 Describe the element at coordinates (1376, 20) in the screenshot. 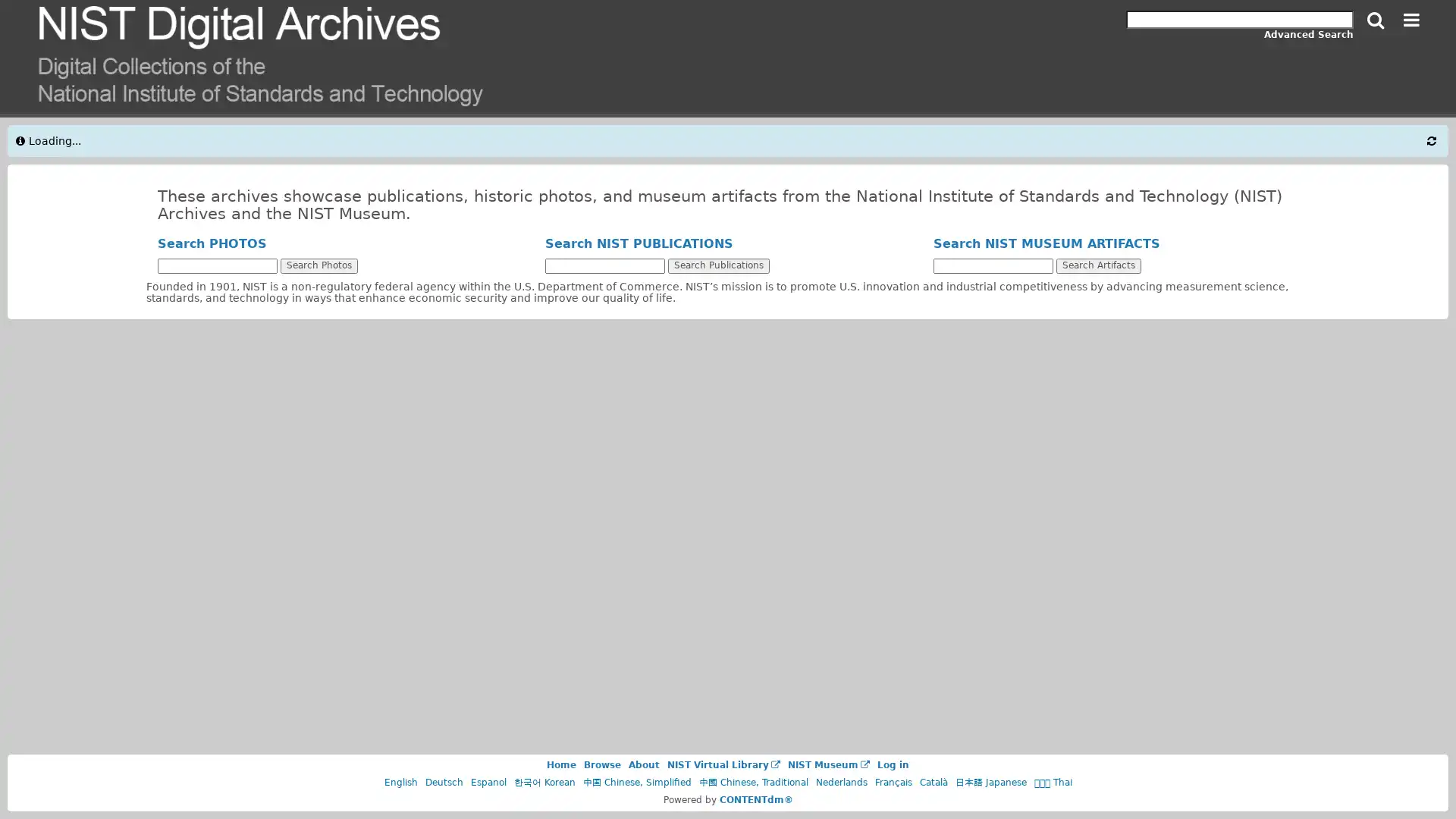

I see `Search` at that location.